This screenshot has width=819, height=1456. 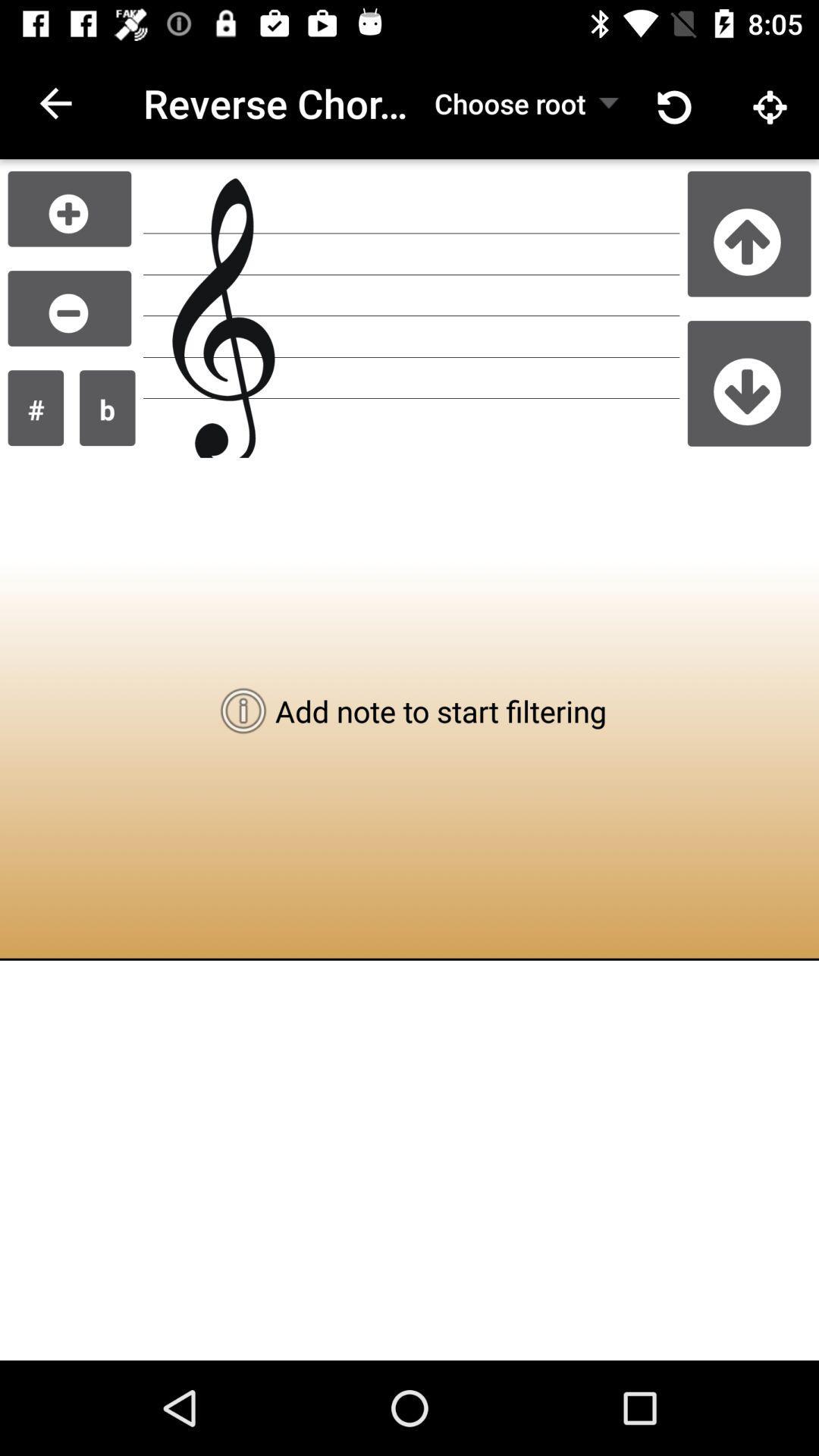 I want to click on scroll up, so click(x=748, y=233).